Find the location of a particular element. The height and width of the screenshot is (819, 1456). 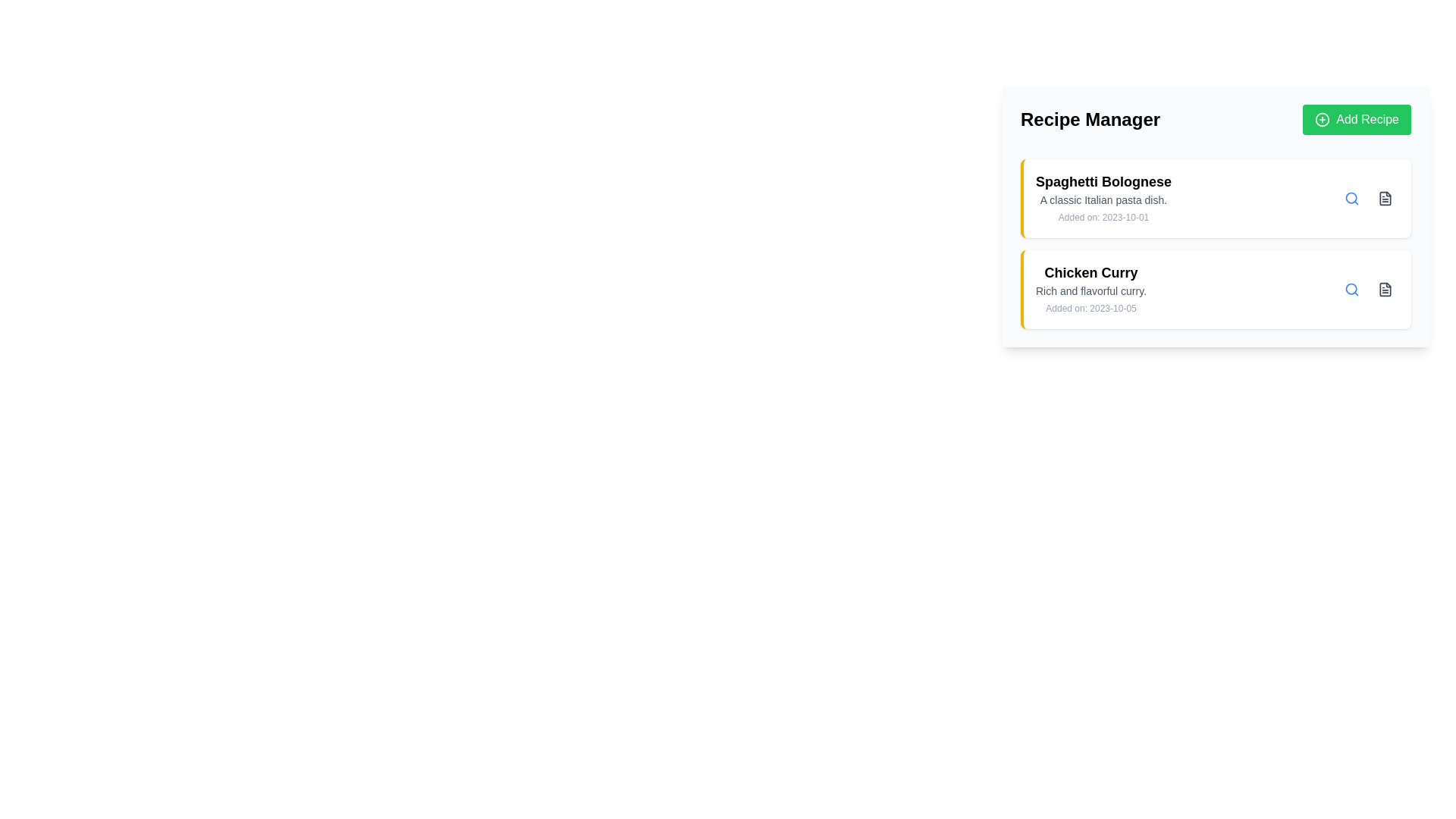

the icon button styled to resemble a file or document is located at coordinates (1385, 289).